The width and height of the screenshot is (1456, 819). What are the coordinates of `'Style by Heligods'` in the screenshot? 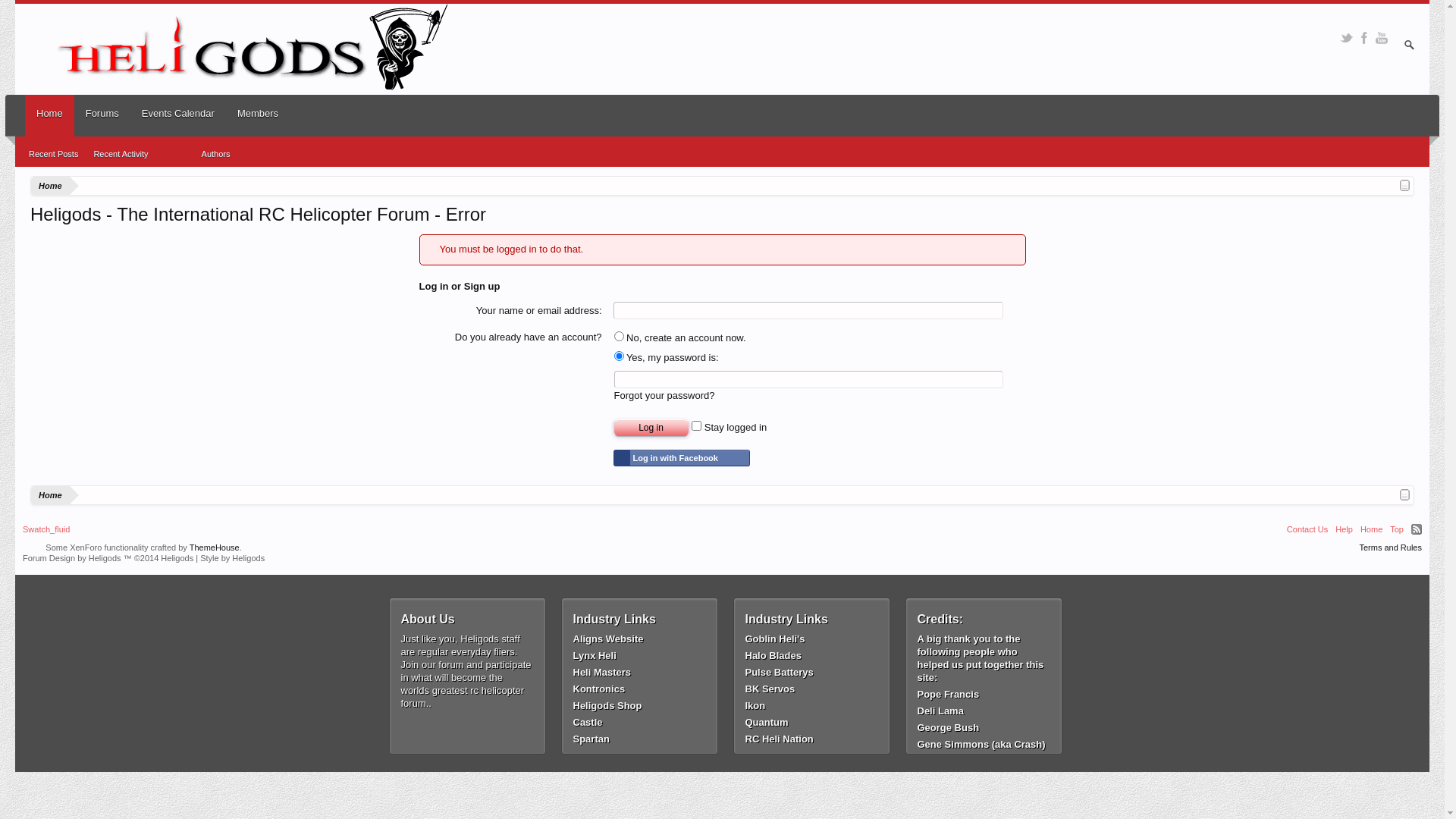 It's located at (199, 558).